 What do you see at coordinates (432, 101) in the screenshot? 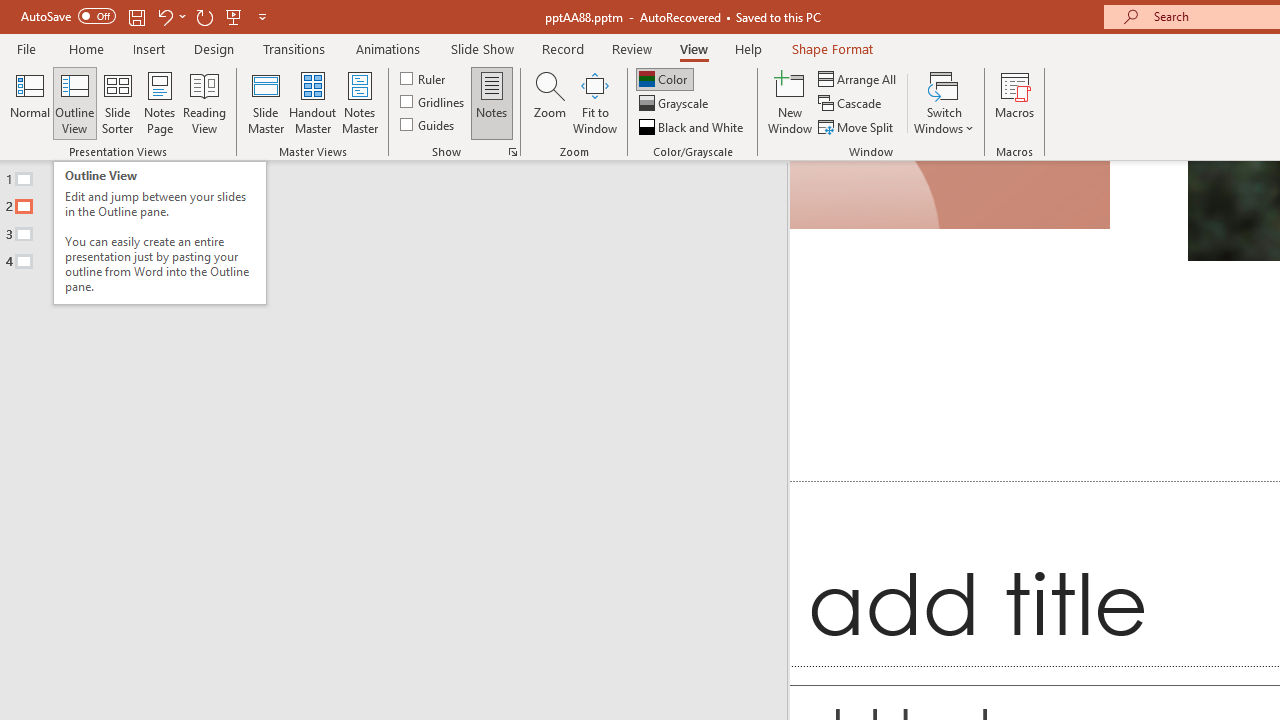
I see `'Gridlines'` at bounding box center [432, 101].